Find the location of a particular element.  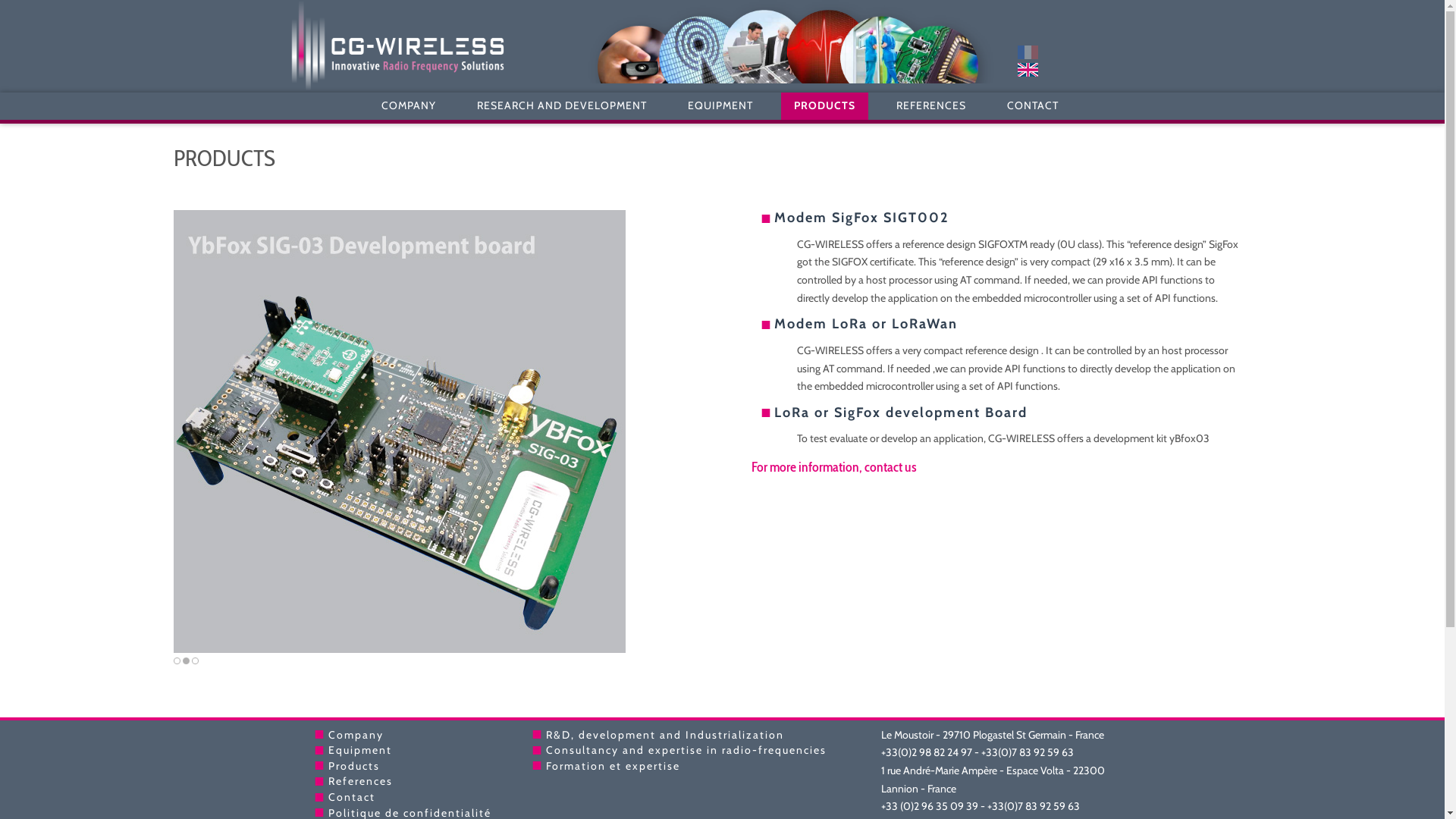

'References' is located at coordinates (327, 780).